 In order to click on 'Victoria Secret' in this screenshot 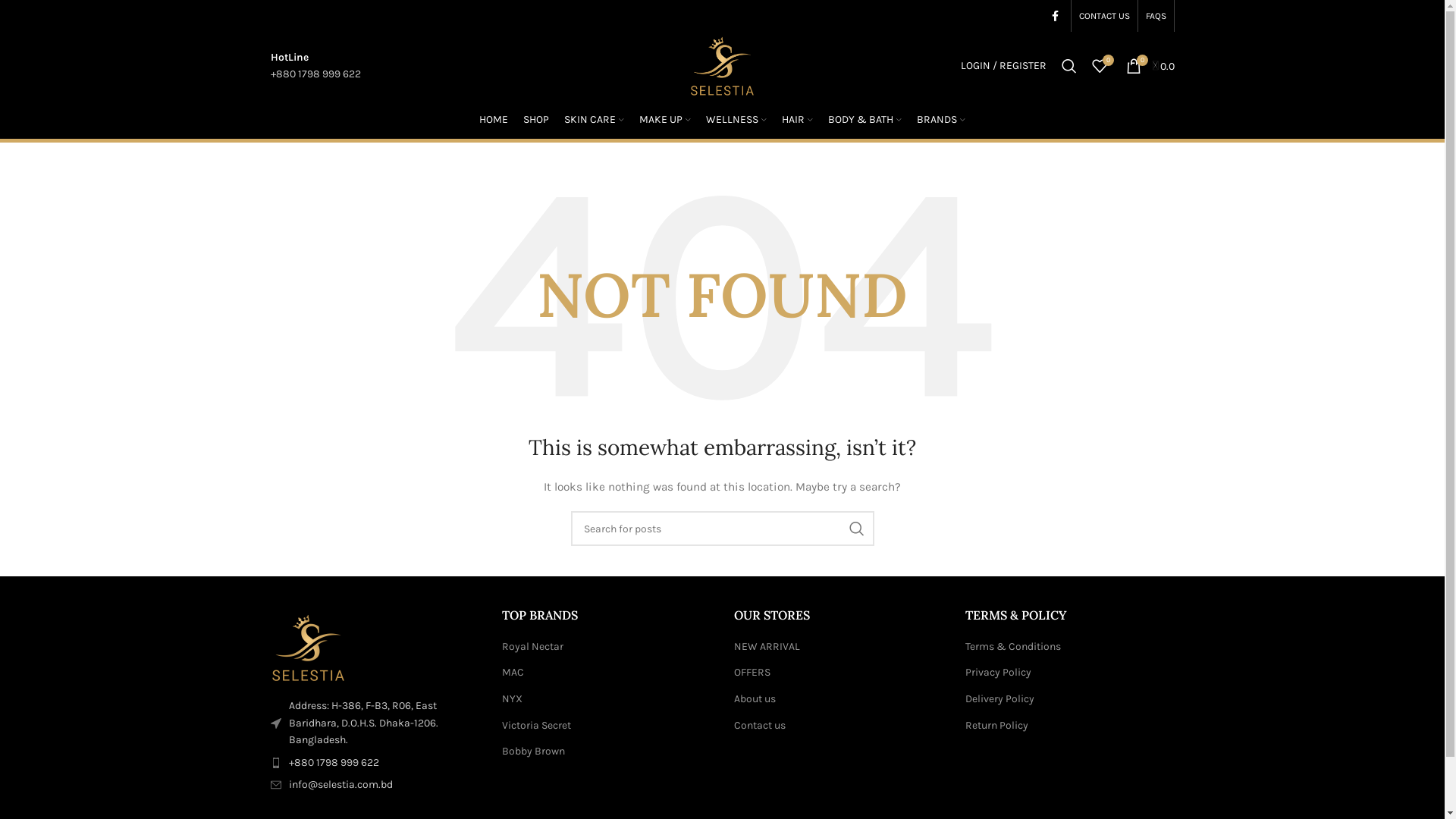, I will do `click(537, 724)`.